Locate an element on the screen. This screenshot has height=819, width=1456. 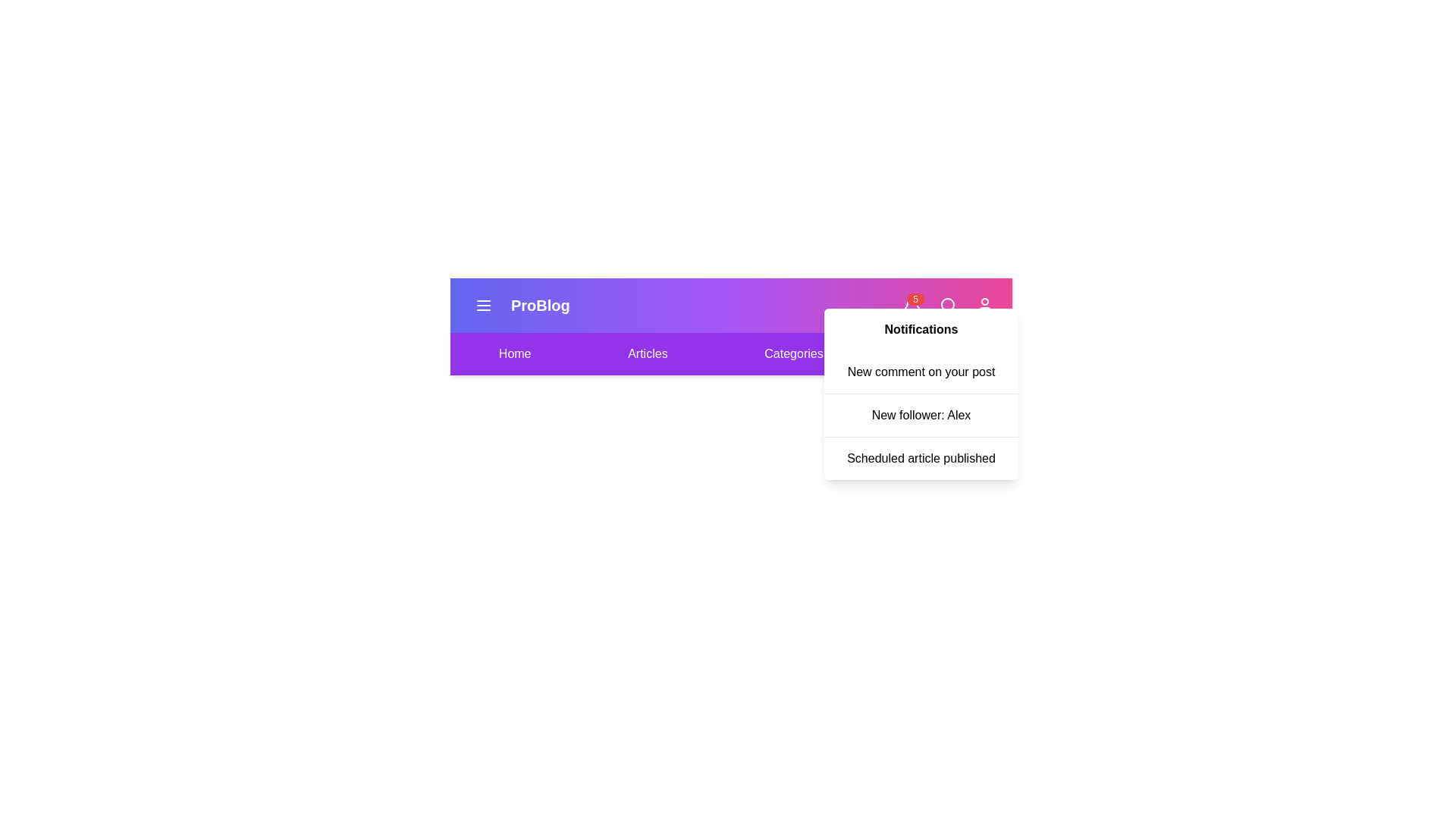
the 'Toggle Menu' button to toggle the navigation menu visibility is located at coordinates (483, 305).